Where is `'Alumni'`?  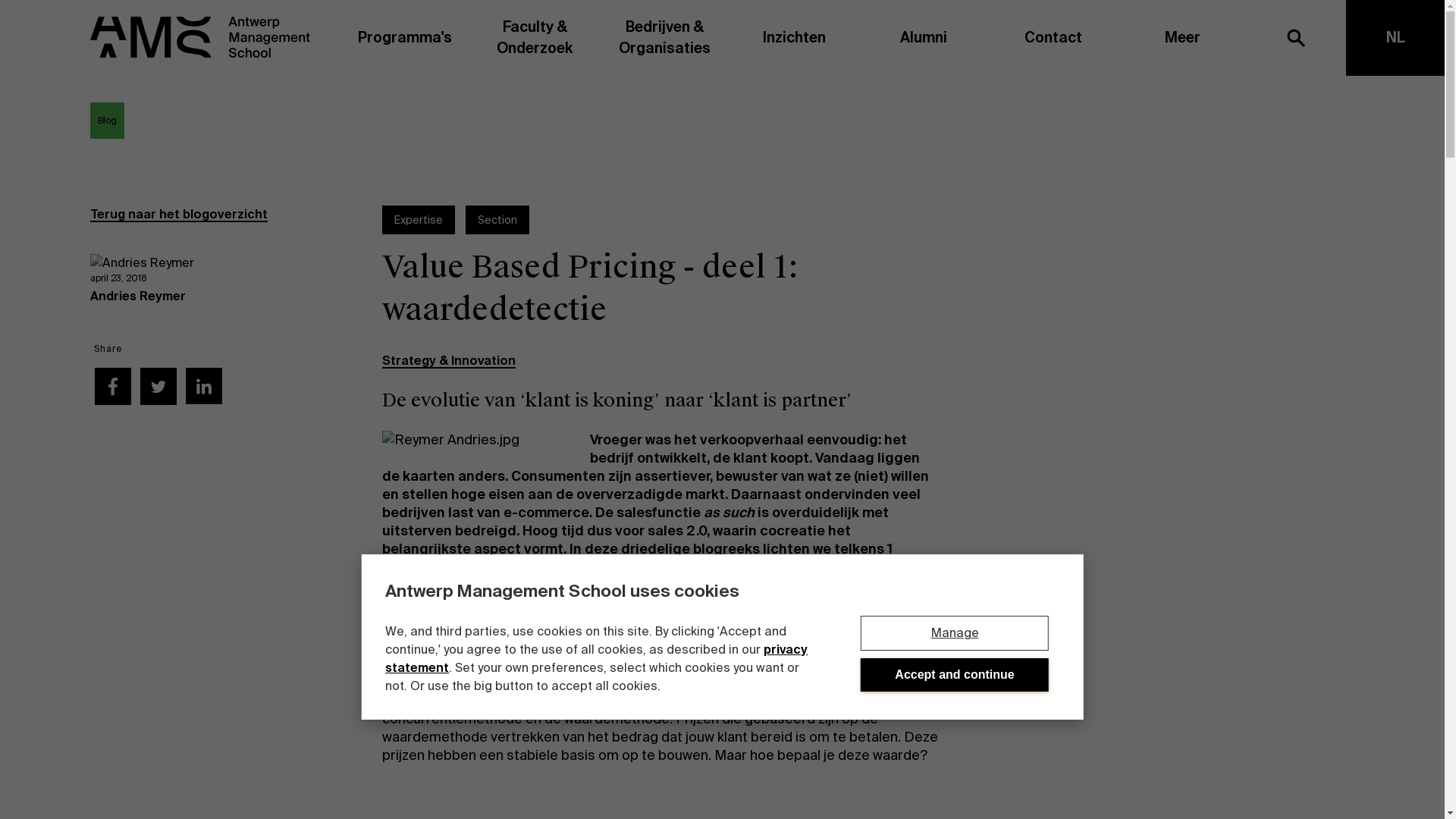
'Alumni' is located at coordinates (922, 37).